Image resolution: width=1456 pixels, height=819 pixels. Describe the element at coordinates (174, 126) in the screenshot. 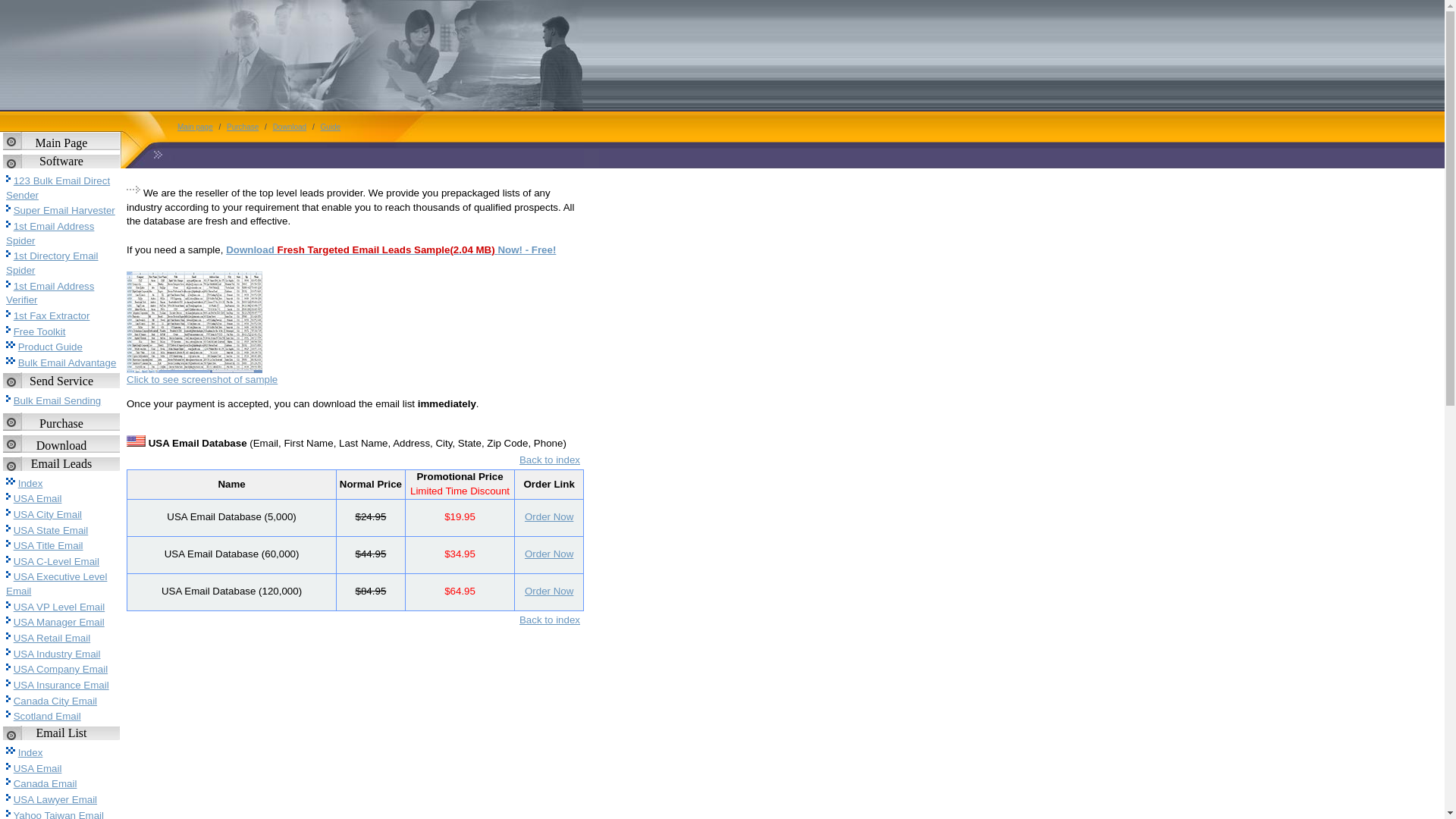

I see `'Main page'` at that location.